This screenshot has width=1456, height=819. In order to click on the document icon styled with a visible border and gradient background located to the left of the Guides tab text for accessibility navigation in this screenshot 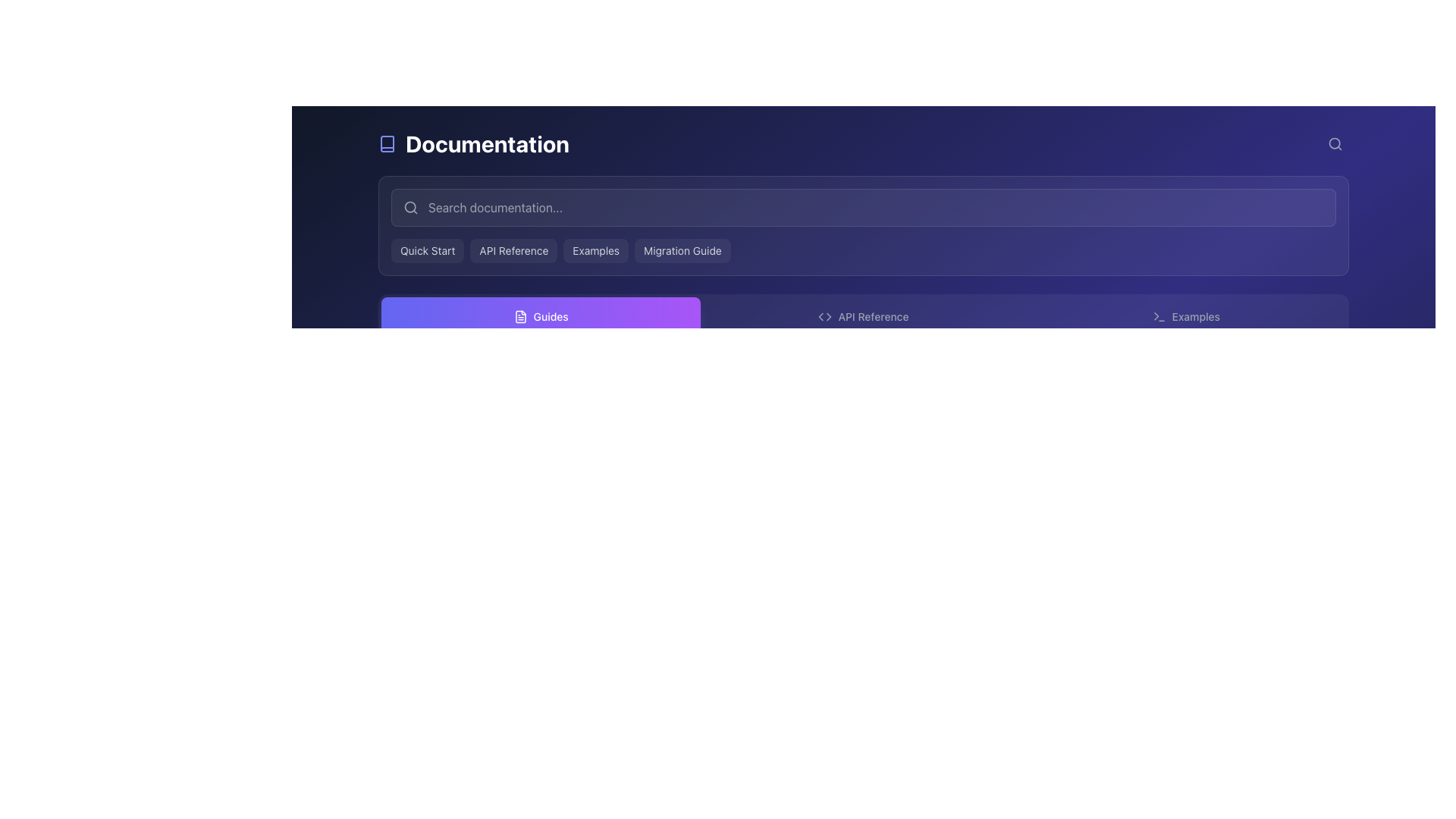, I will do `click(520, 315)`.